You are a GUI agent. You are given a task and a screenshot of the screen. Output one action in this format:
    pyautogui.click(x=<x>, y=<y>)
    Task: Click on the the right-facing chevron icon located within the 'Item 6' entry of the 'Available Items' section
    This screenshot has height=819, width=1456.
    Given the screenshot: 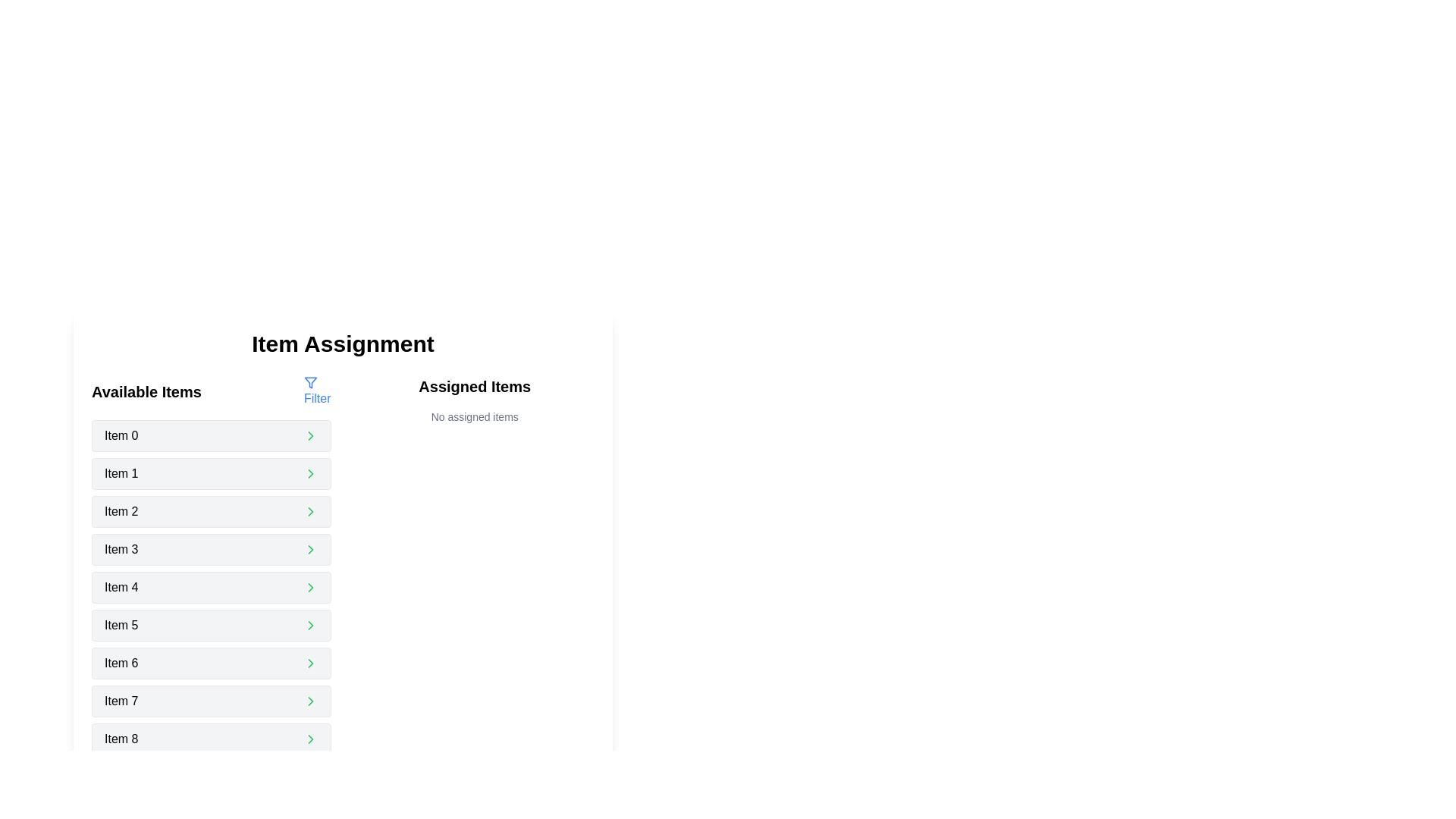 What is the action you would take?
    pyautogui.click(x=309, y=663)
    